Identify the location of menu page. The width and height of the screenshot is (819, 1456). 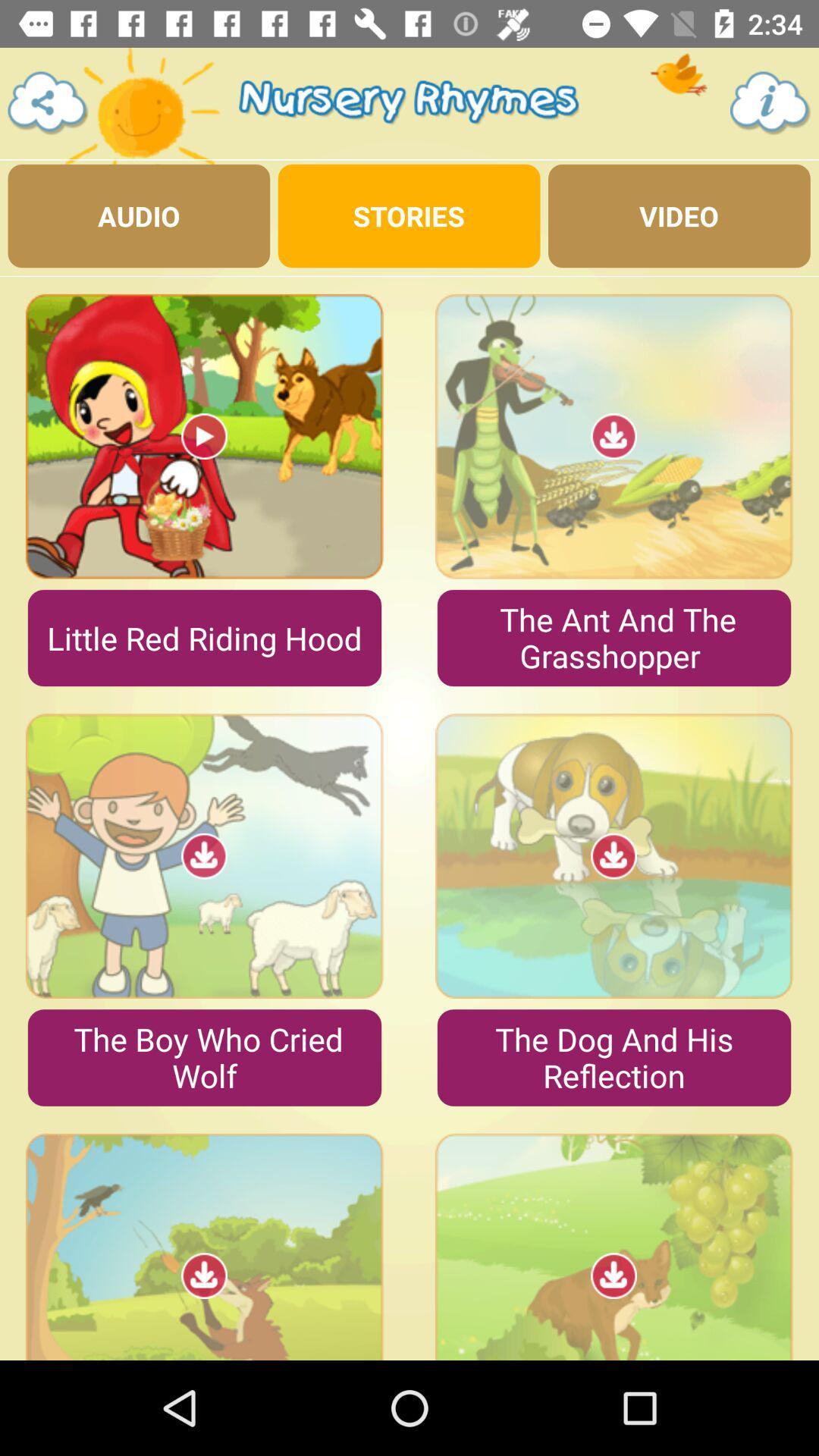
(47, 102).